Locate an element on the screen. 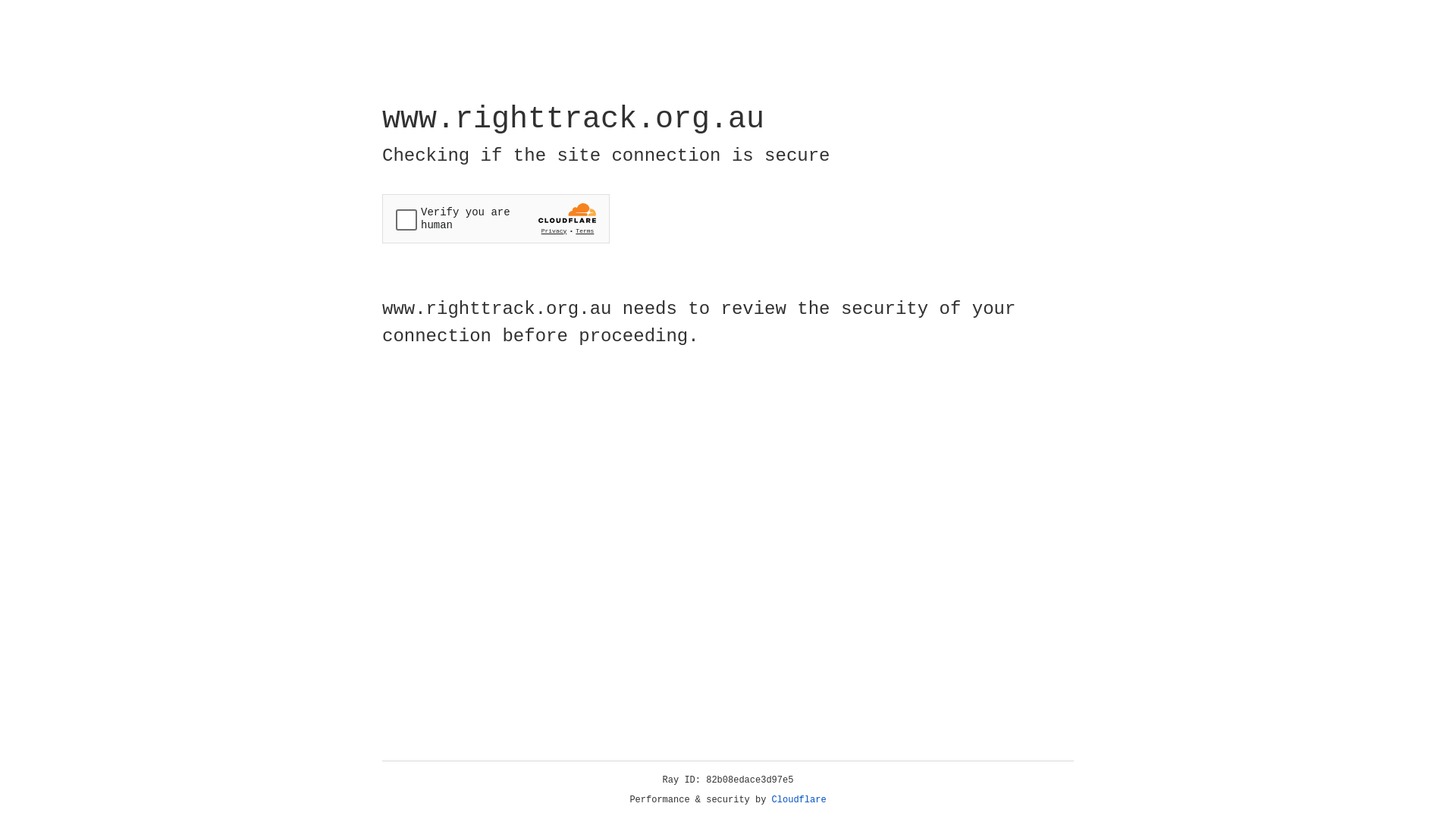  'Widget containing a Cloudflare security challenge' is located at coordinates (495, 218).